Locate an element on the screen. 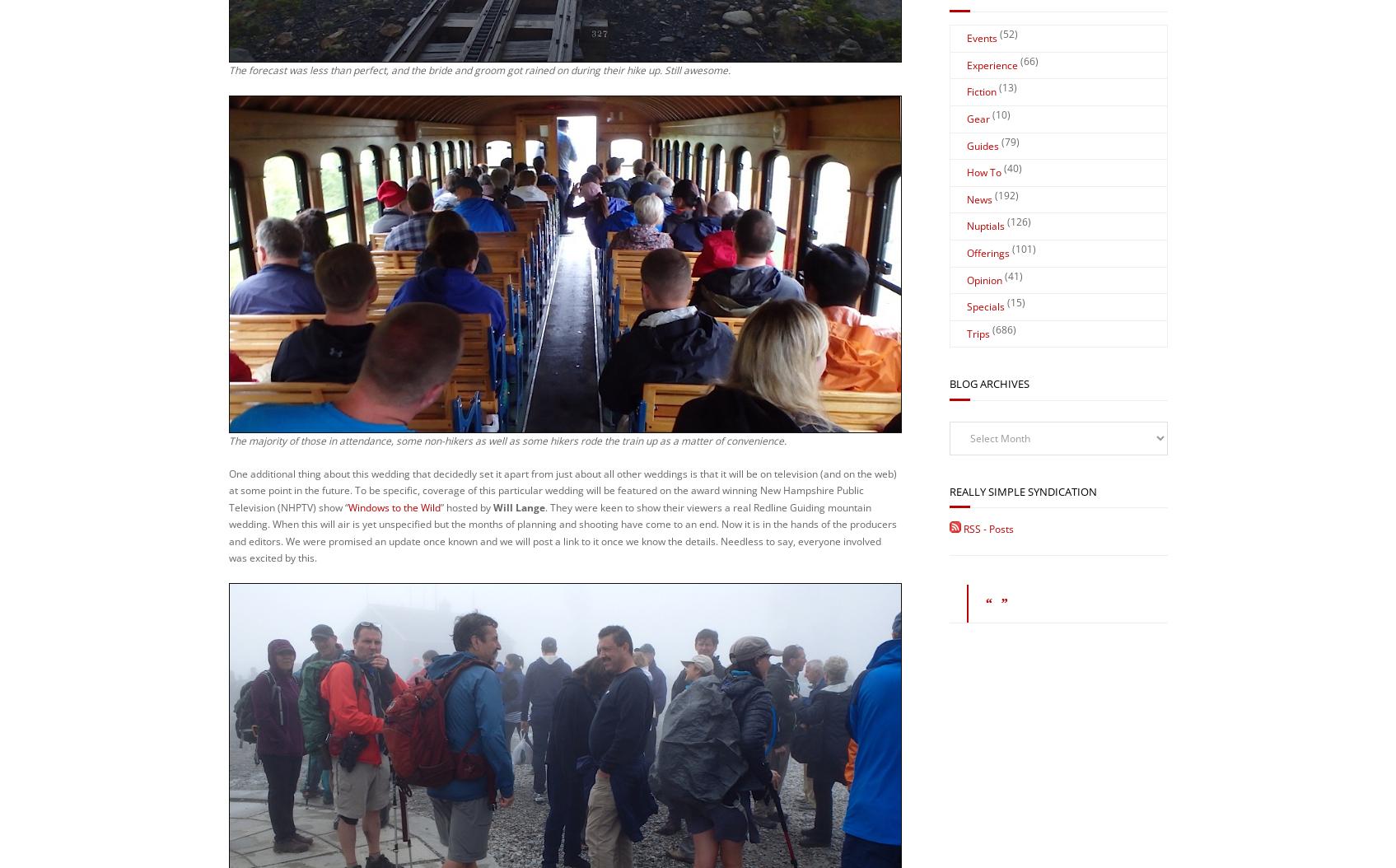 The width and height of the screenshot is (1396, 868). 'Copyright' is located at coordinates (552, 805).